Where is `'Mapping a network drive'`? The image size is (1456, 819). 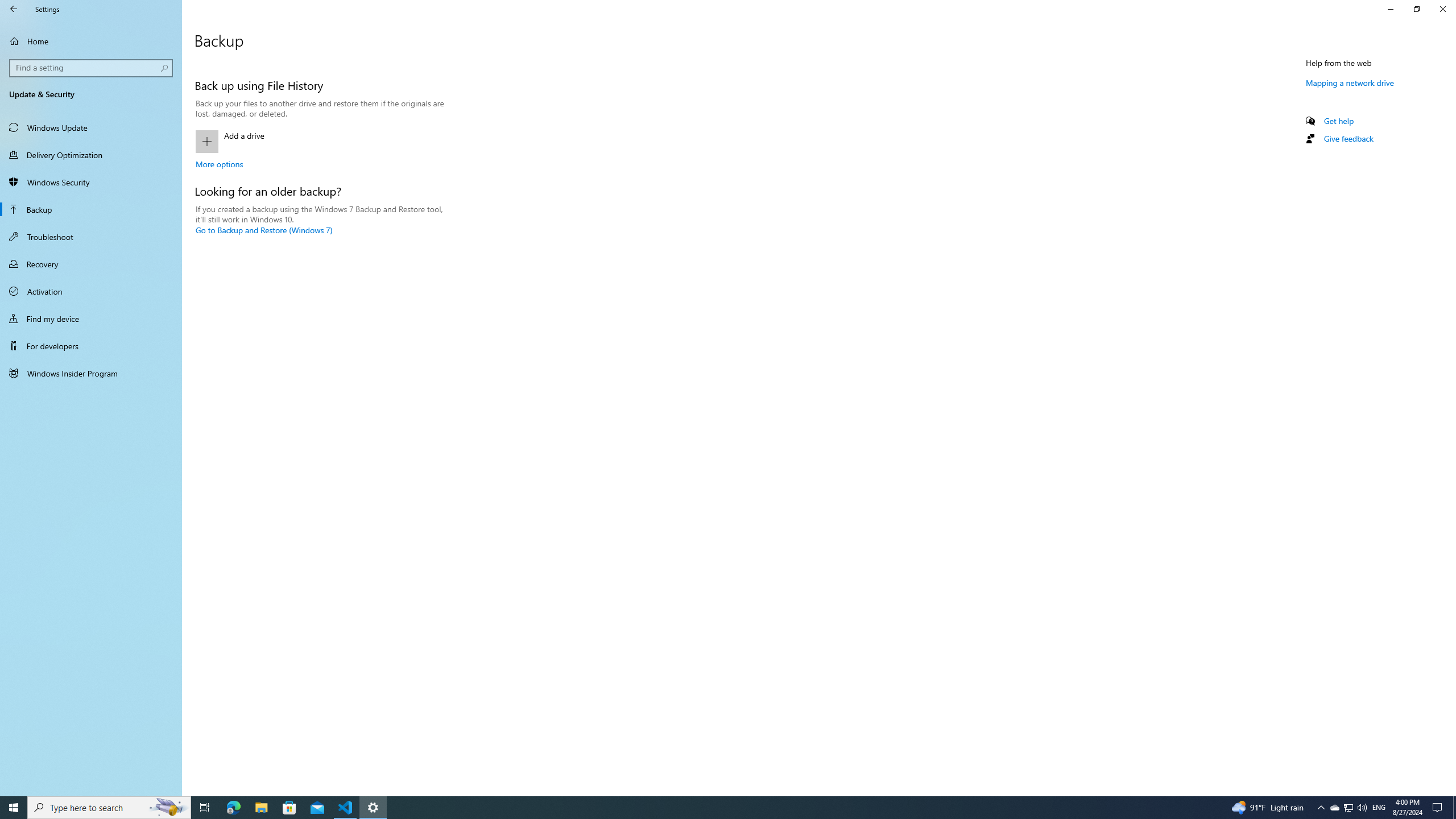
'Mapping a network drive' is located at coordinates (1350, 82).